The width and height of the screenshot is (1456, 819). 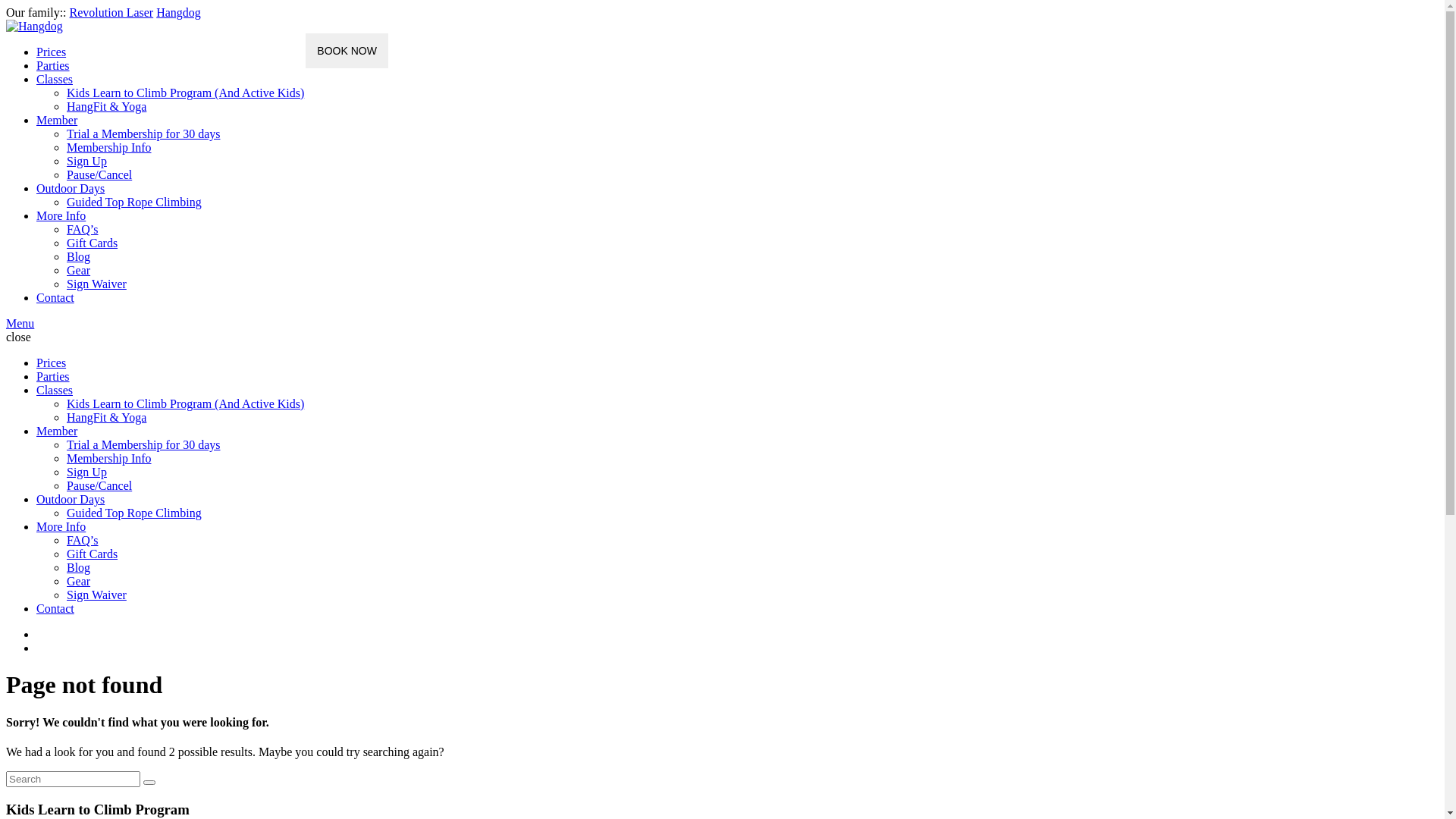 I want to click on 'BOOK NOW', so click(x=345, y=49).